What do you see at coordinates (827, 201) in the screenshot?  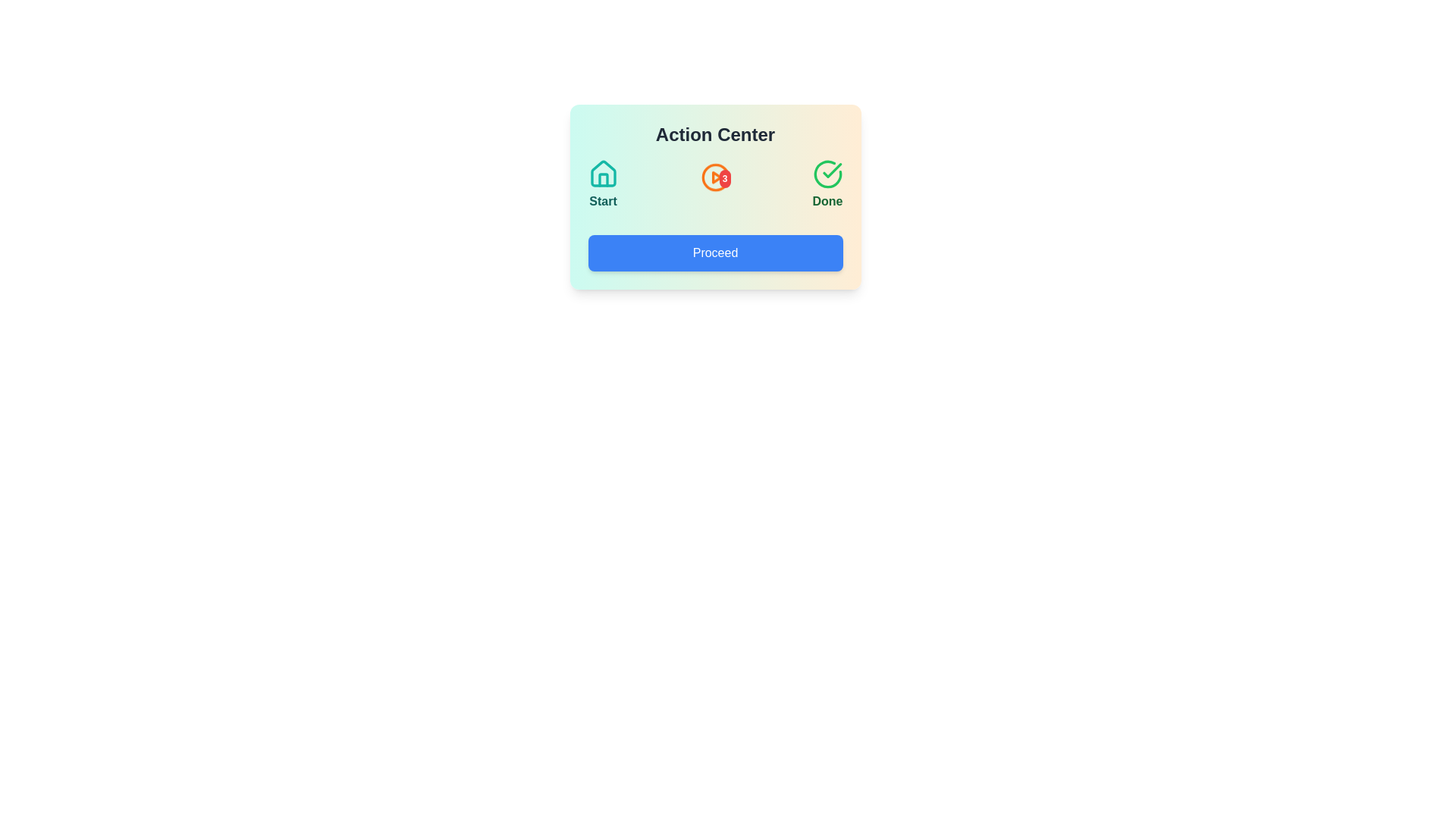 I see `the green, bold text label that displays 'Done', which is located in the top-right quadrant of the interface, beneath a green checkmark icon` at bounding box center [827, 201].